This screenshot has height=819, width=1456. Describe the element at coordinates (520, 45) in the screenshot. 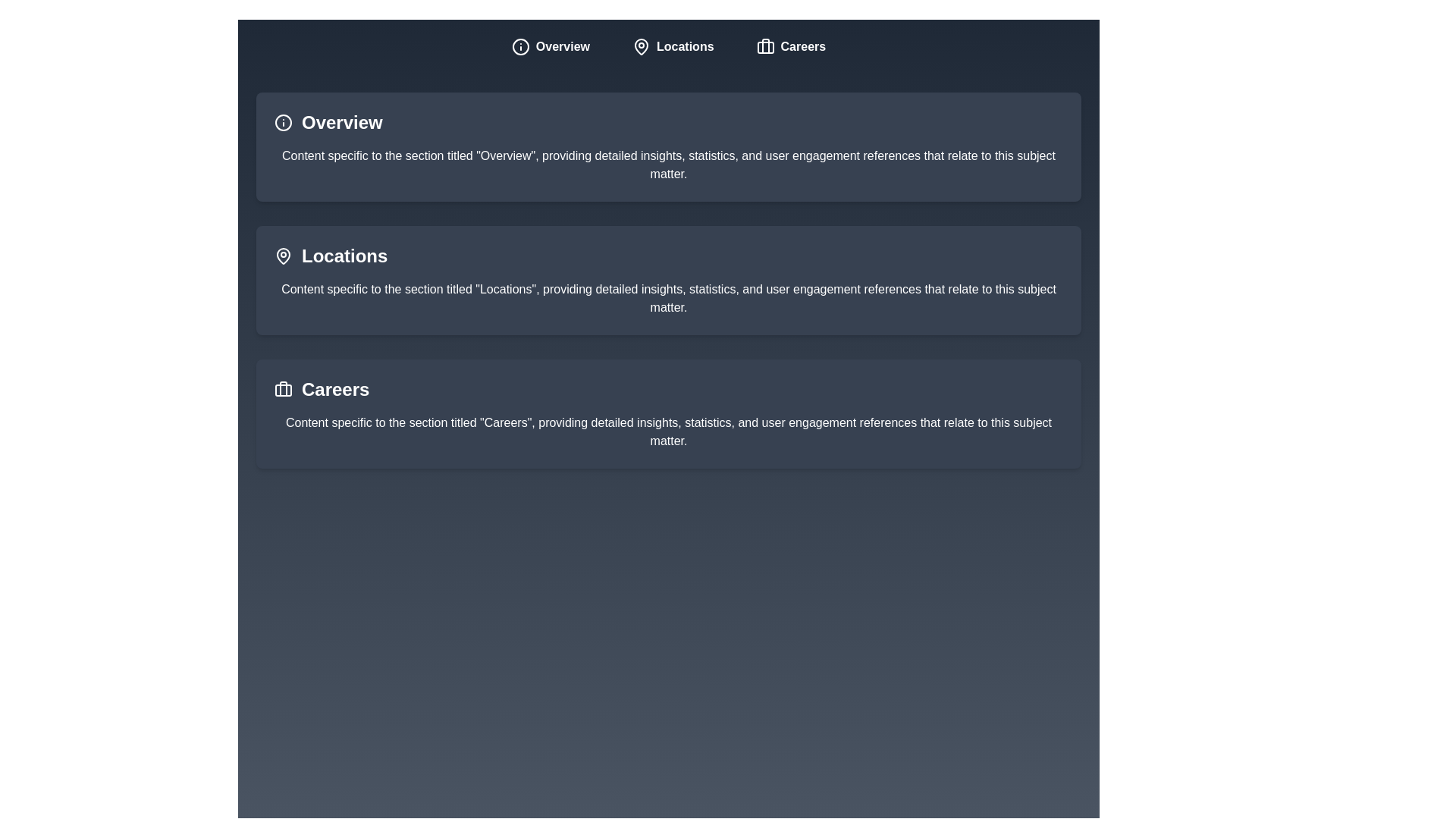

I see `the circular icon representing the 'Overview' section in the navigation bar` at that location.